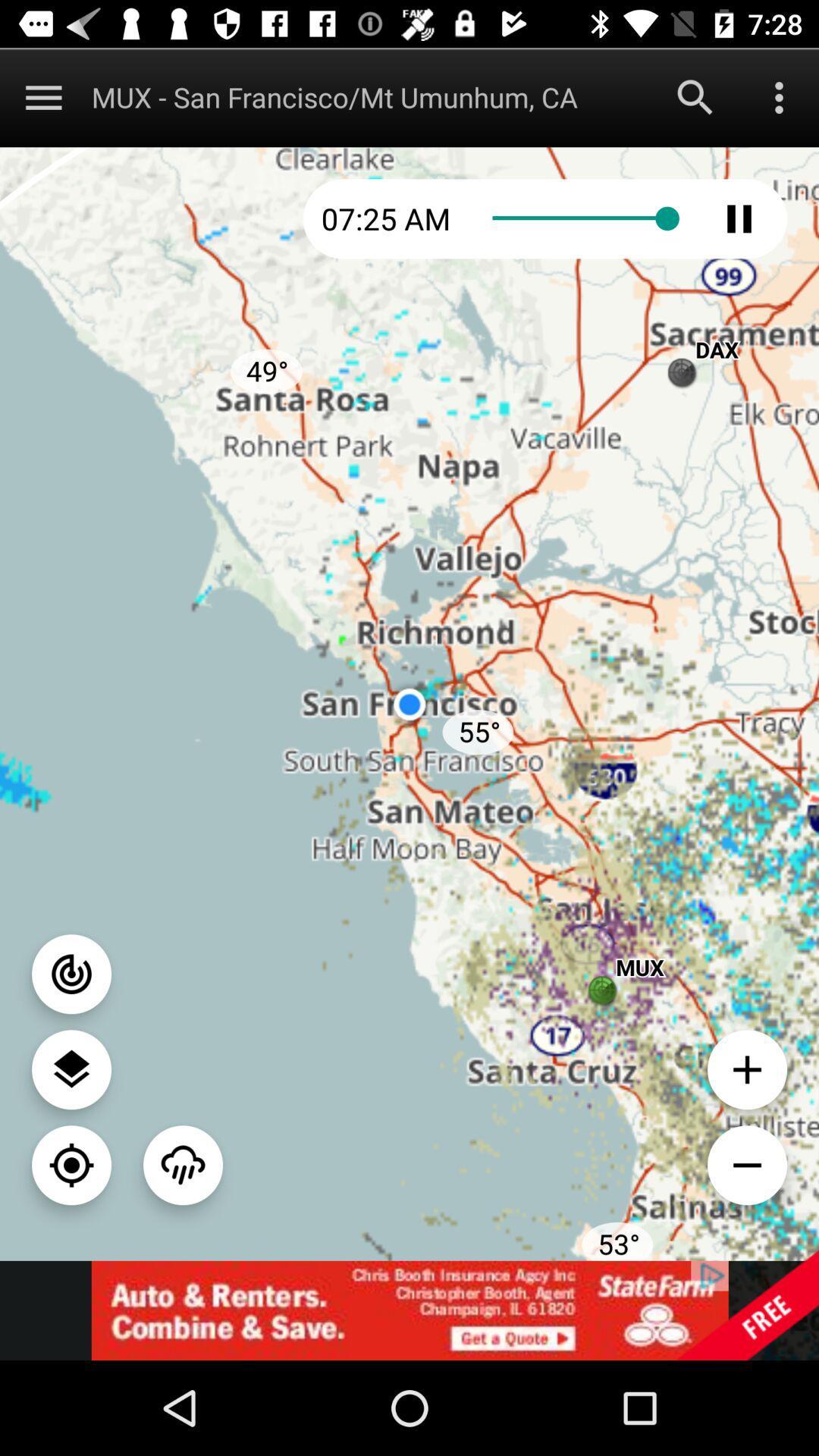  What do you see at coordinates (779, 96) in the screenshot?
I see `option` at bounding box center [779, 96].